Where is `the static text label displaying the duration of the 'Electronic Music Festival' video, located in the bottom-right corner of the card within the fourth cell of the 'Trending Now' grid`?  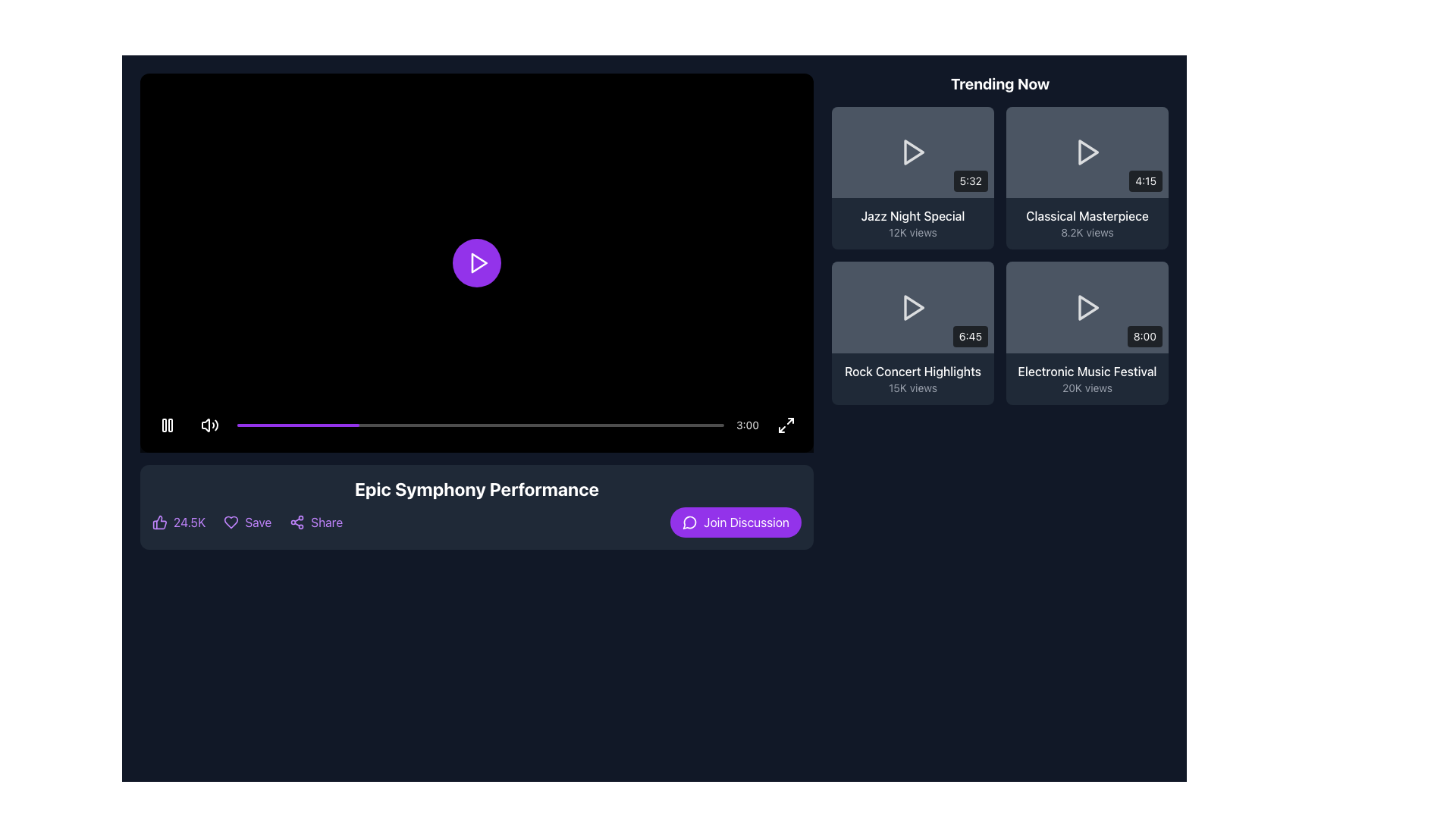 the static text label displaying the duration of the 'Electronic Music Festival' video, located in the bottom-right corner of the card within the fourth cell of the 'Trending Now' grid is located at coordinates (1144, 335).